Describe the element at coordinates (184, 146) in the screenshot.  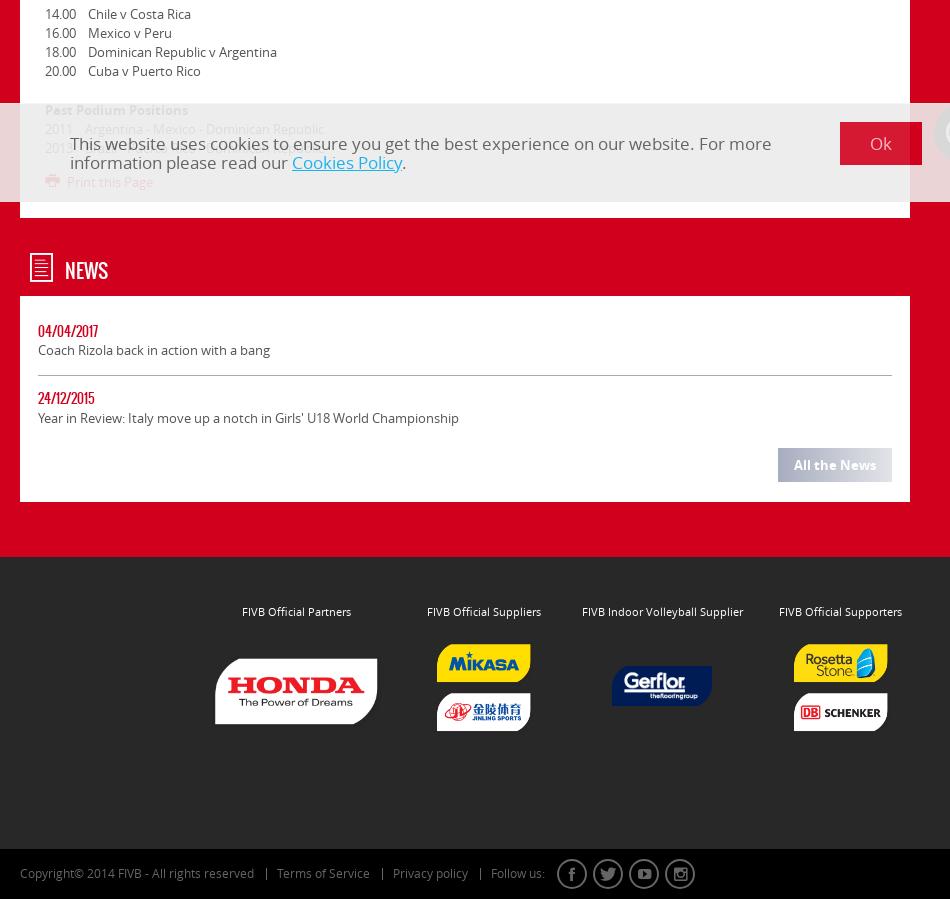
I see `'2013    Brazil - Puerto Rico - Dominican Republic'` at that location.